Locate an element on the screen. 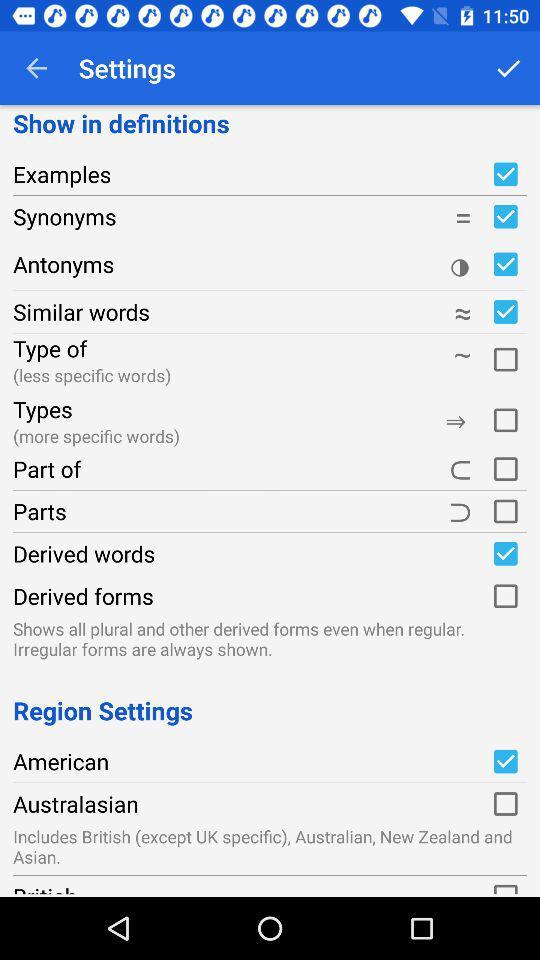 This screenshot has width=540, height=960. with this option on it shows words that are close in meaning to the word you are looking for is located at coordinates (504, 312).